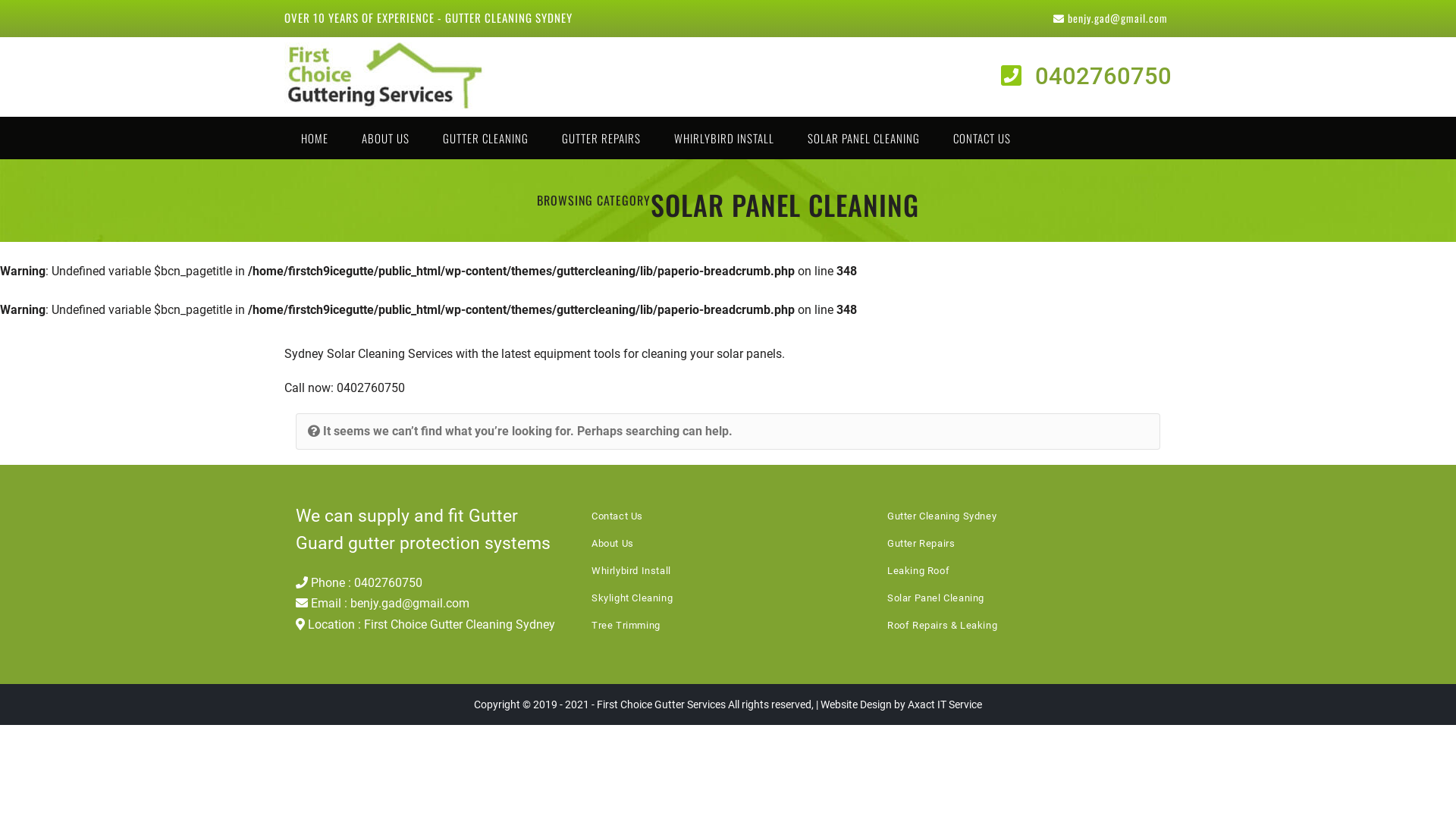 The image size is (1456, 819). What do you see at coordinates (425, 624) in the screenshot?
I see `'Location : First Choice Gutter Cleaning Sydney'` at bounding box center [425, 624].